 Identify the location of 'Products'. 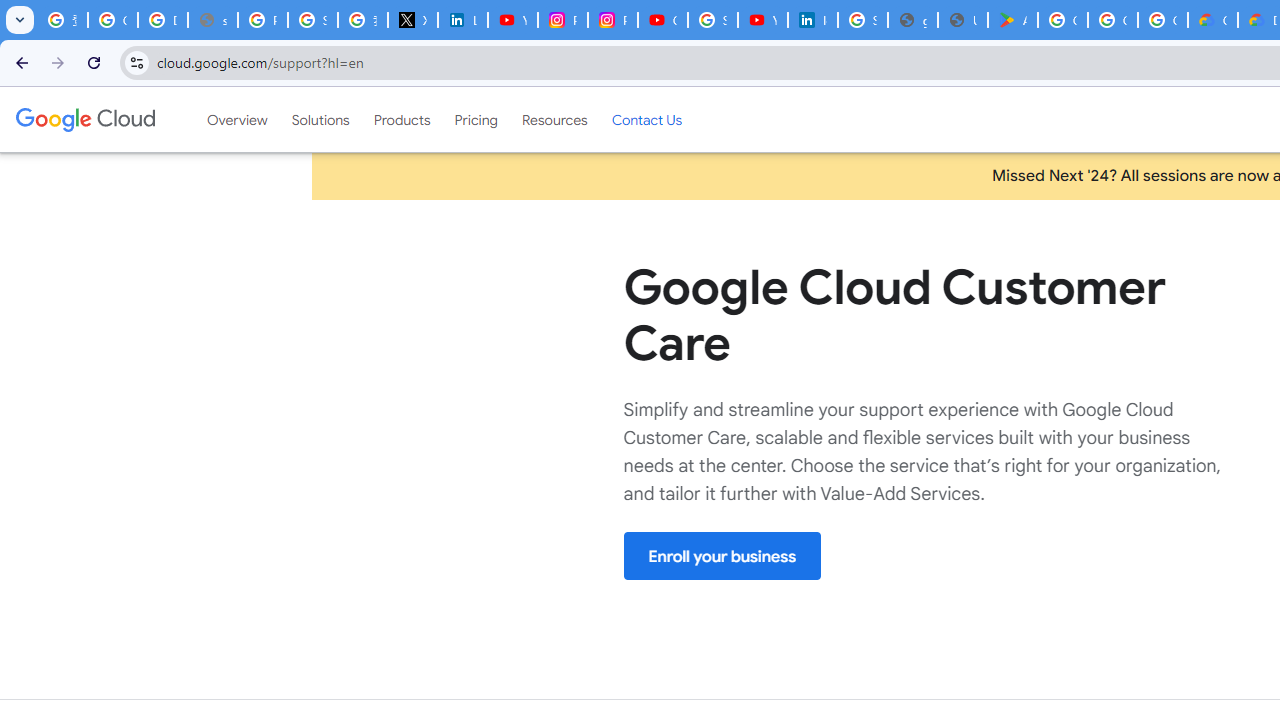
(400, 119).